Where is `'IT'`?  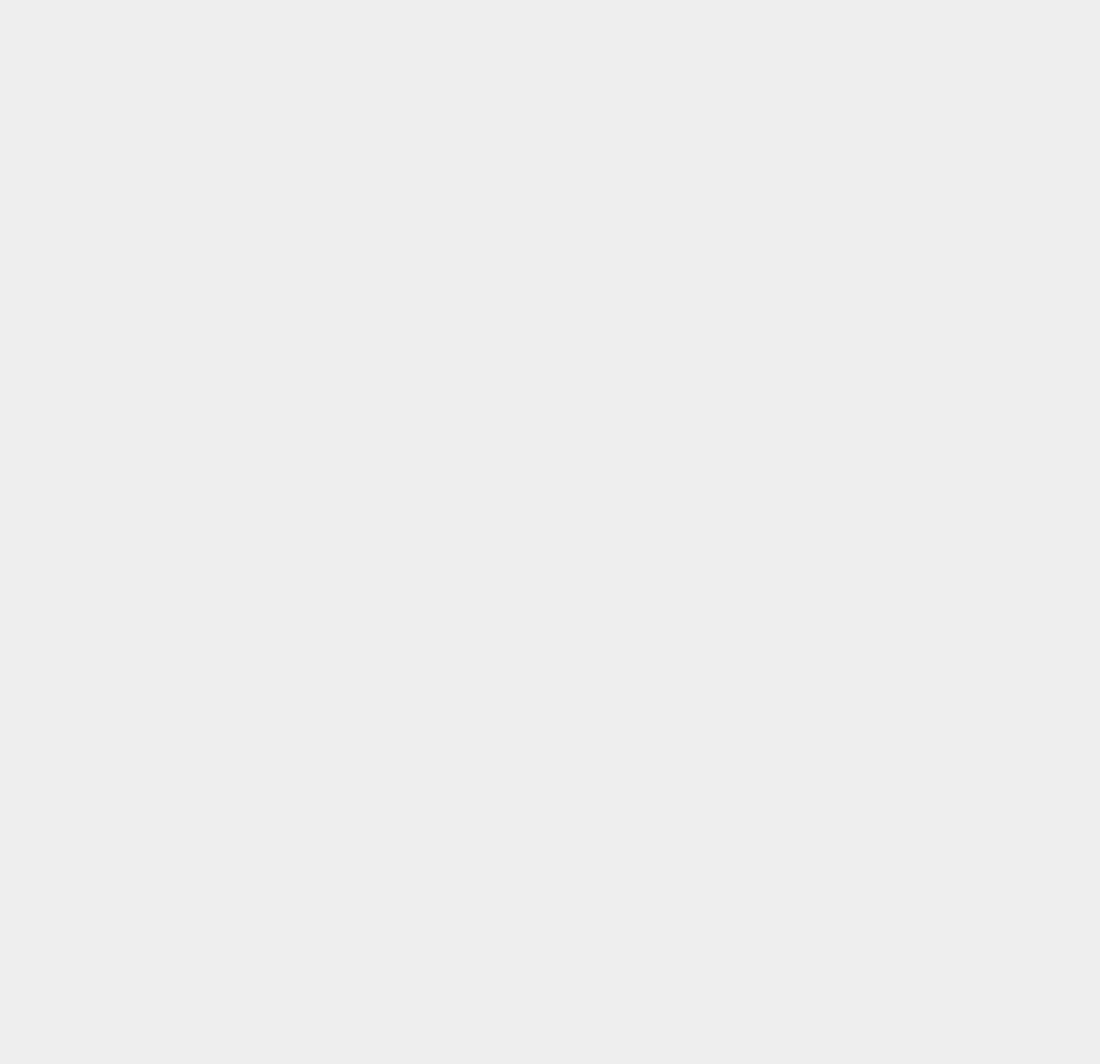 'IT' is located at coordinates (783, 17).